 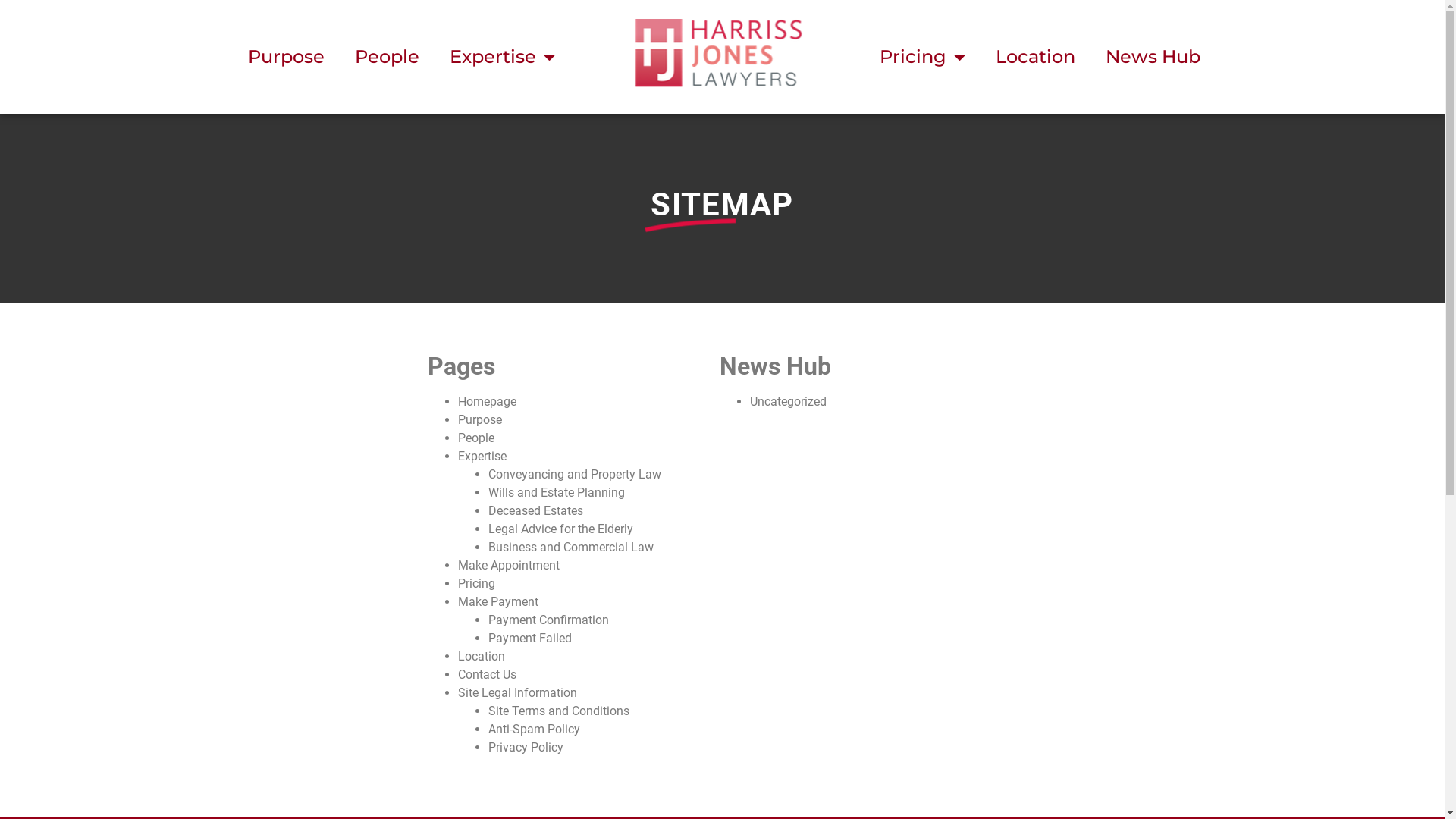 What do you see at coordinates (1034, 55) in the screenshot?
I see `'Location'` at bounding box center [1034, 55].